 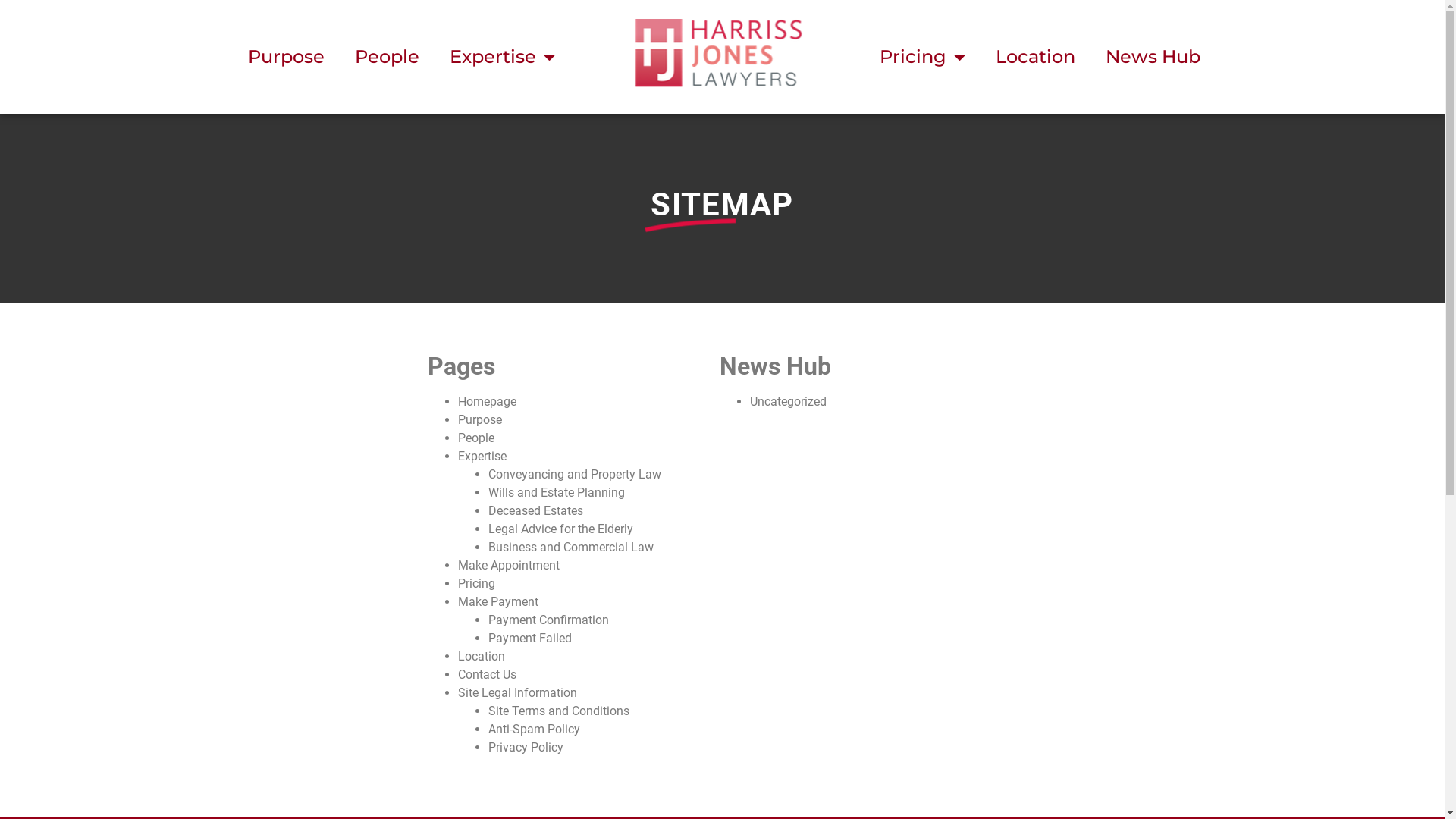 What do you see at coordinates (1034, 55) in the screenshot?
I see `'Location'` at bounding box center [1034, 55].